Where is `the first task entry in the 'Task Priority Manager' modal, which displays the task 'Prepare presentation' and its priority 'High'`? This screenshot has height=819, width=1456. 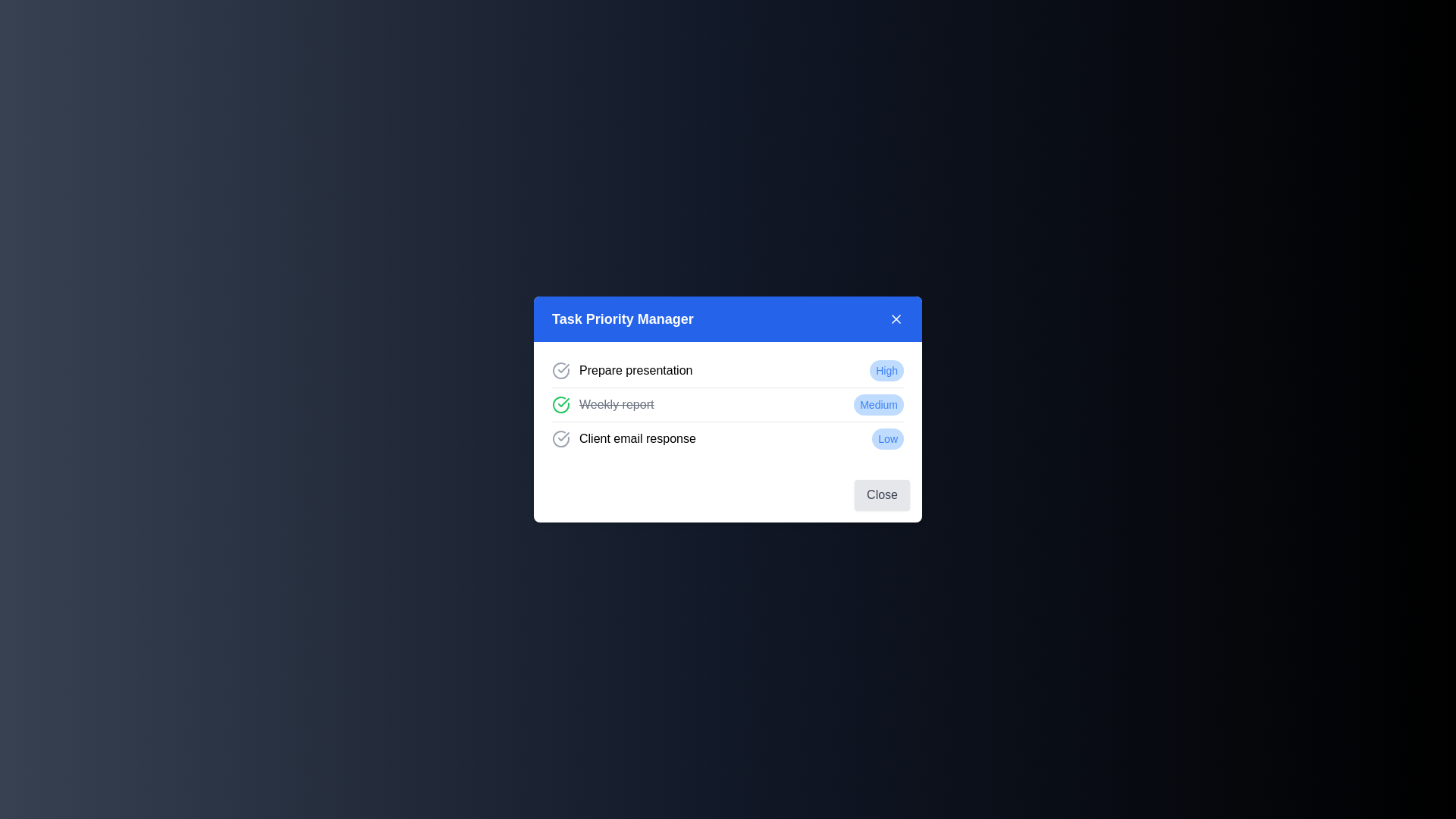 the first task entry in the 'Task Priority Manager' modal, which displays the task 'Prepare presentation' and its priority 'High' is located at coordinates (728, 371).